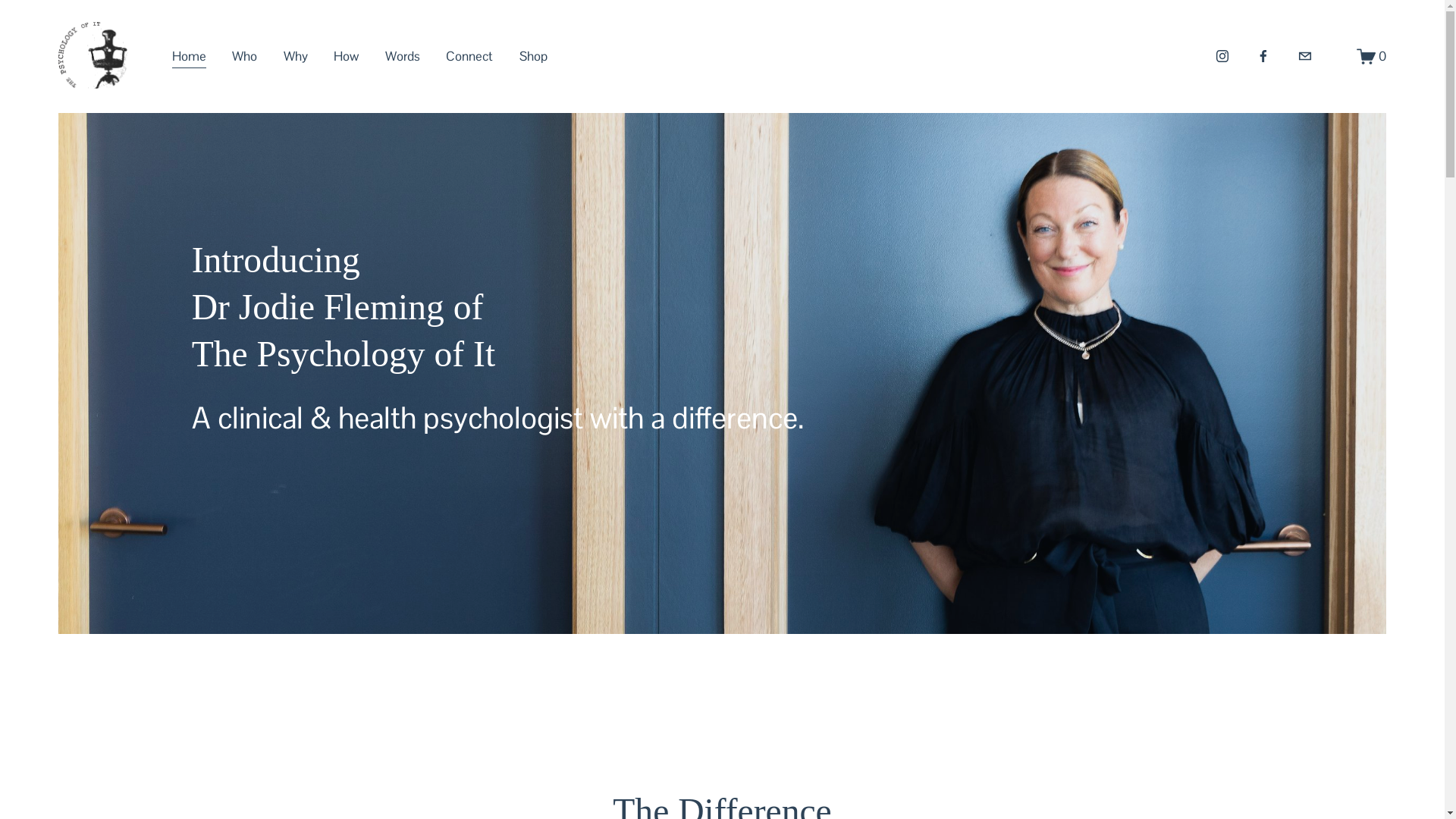 The image size is (1456, 819). Describe the element at coordinates (333, 55) in the screenshot. I see `'How'` at that location.